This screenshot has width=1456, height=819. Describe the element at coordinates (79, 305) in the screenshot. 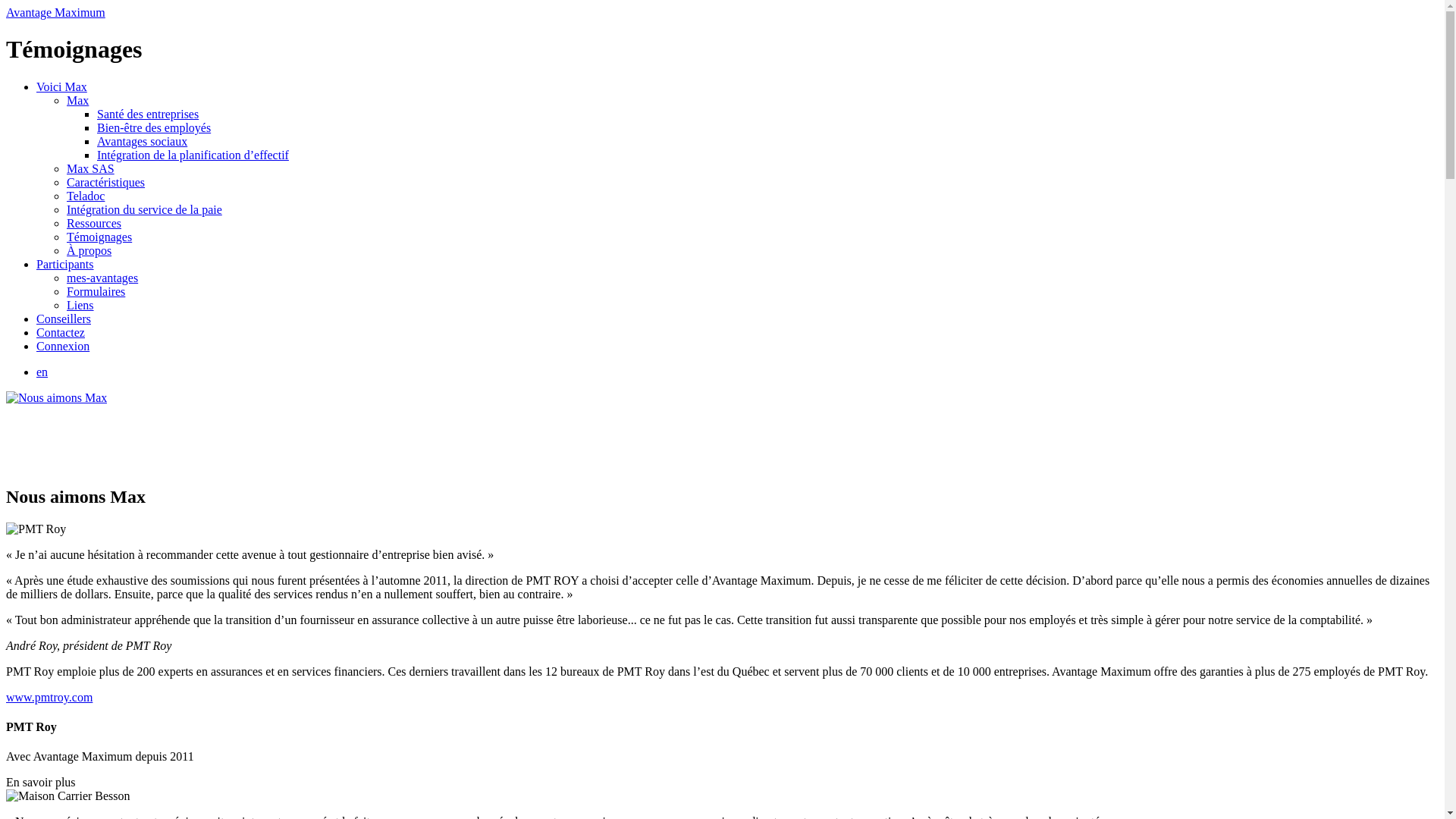

I see `'Liens'` at that location.